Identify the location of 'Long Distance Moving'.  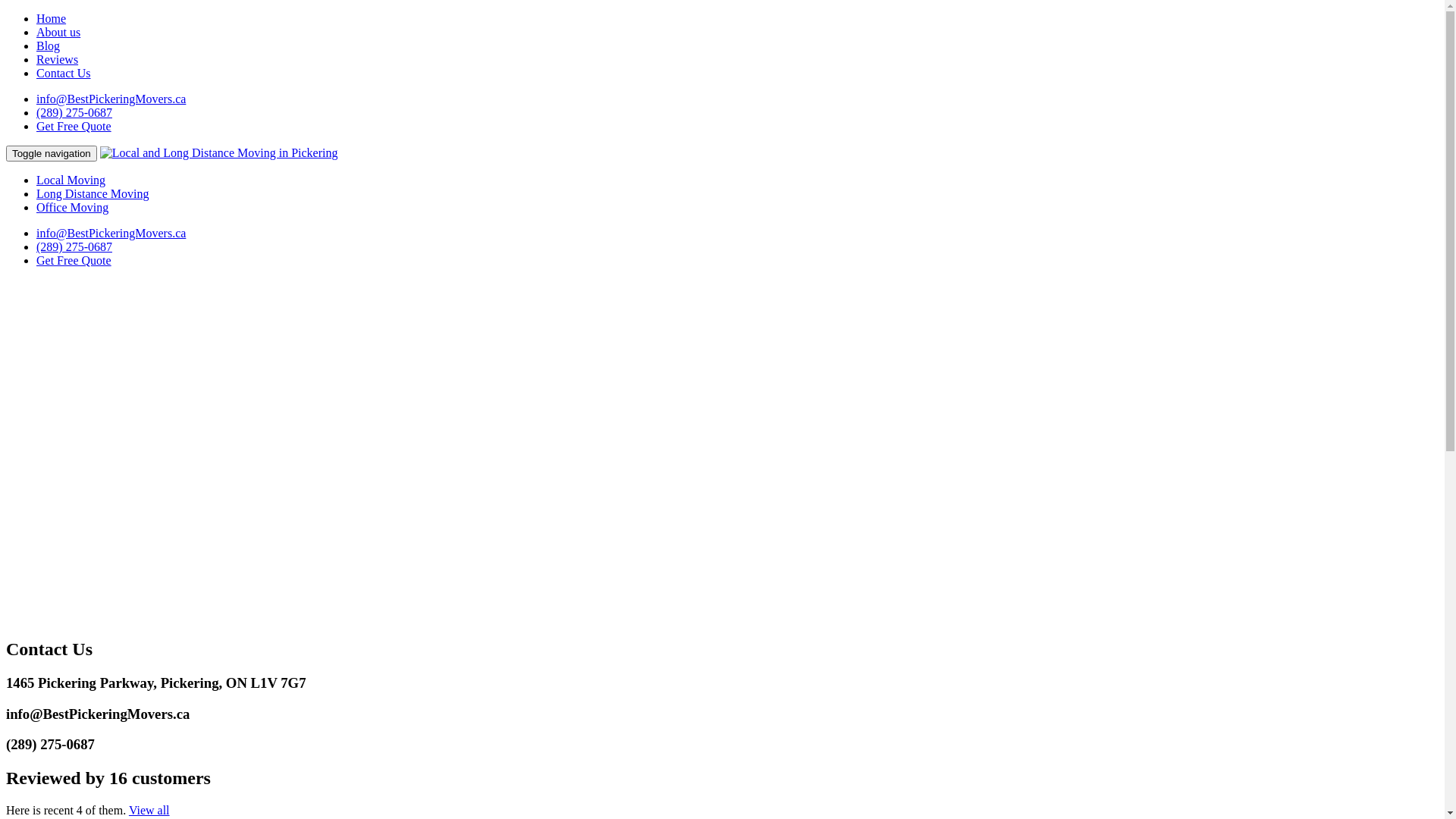
(91, 193).